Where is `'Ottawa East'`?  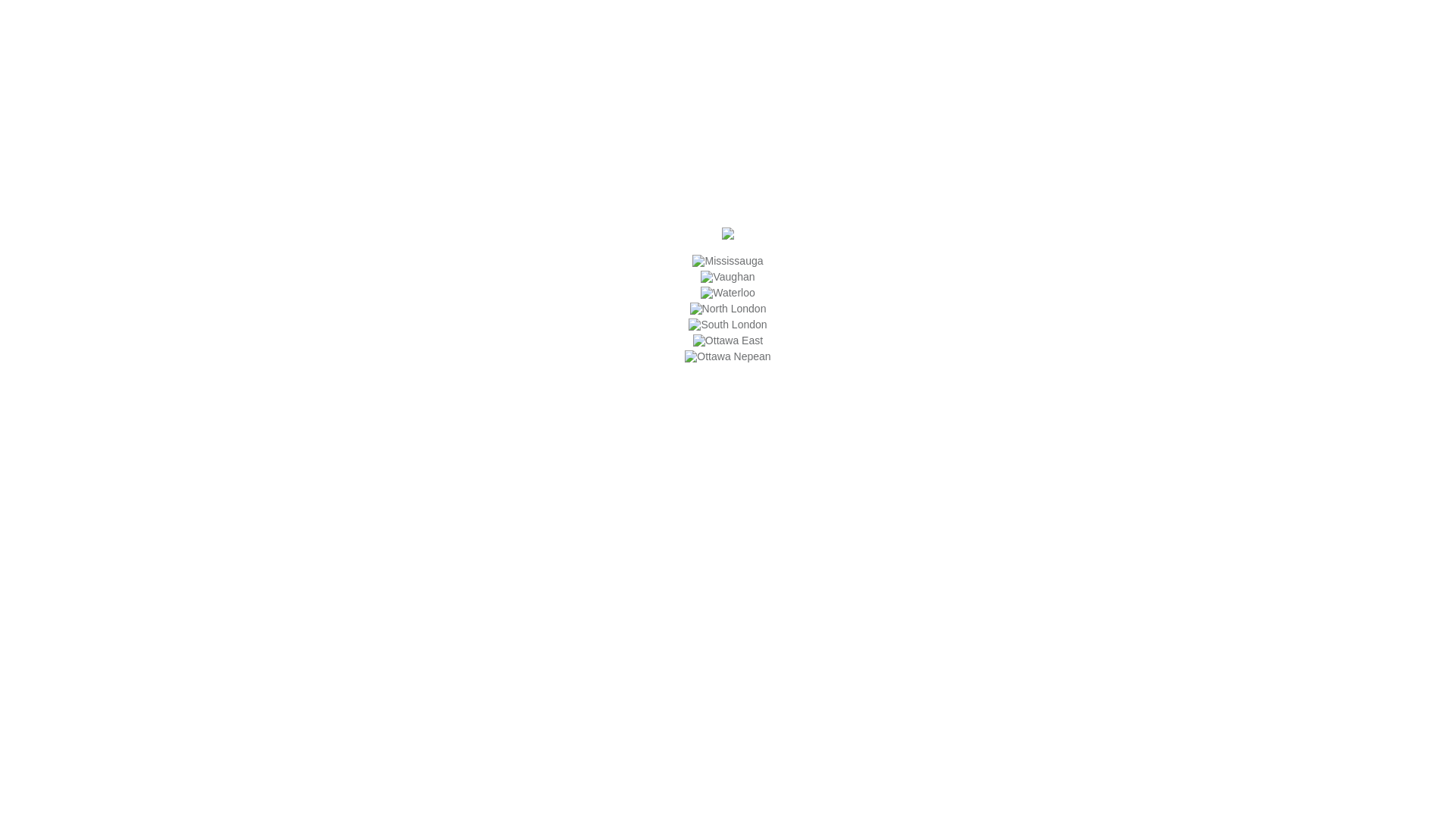 'Ottawa East' is located at coordinates (692, 339).